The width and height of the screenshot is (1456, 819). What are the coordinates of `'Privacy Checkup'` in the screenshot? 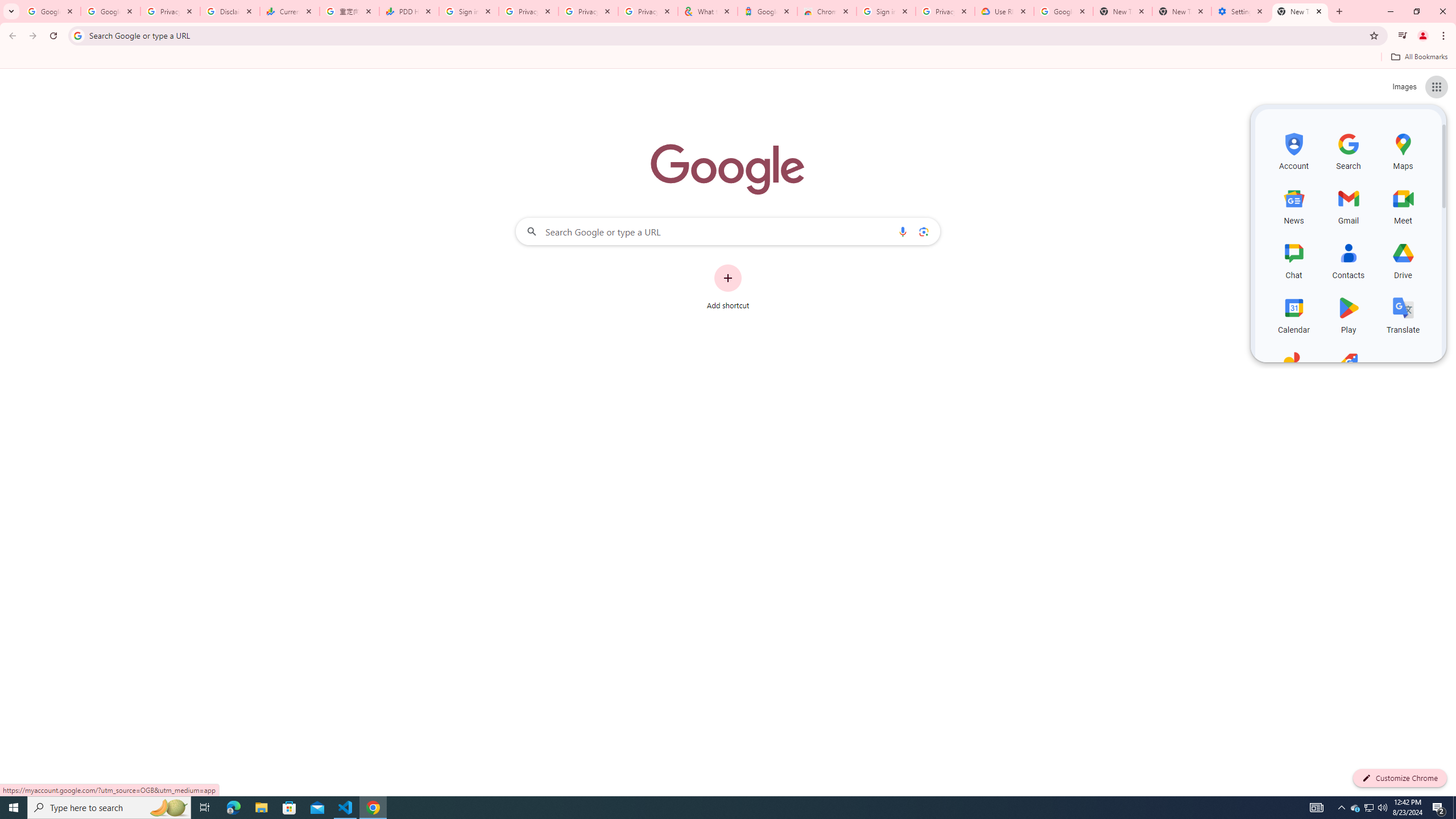 It's located at (647, 11).